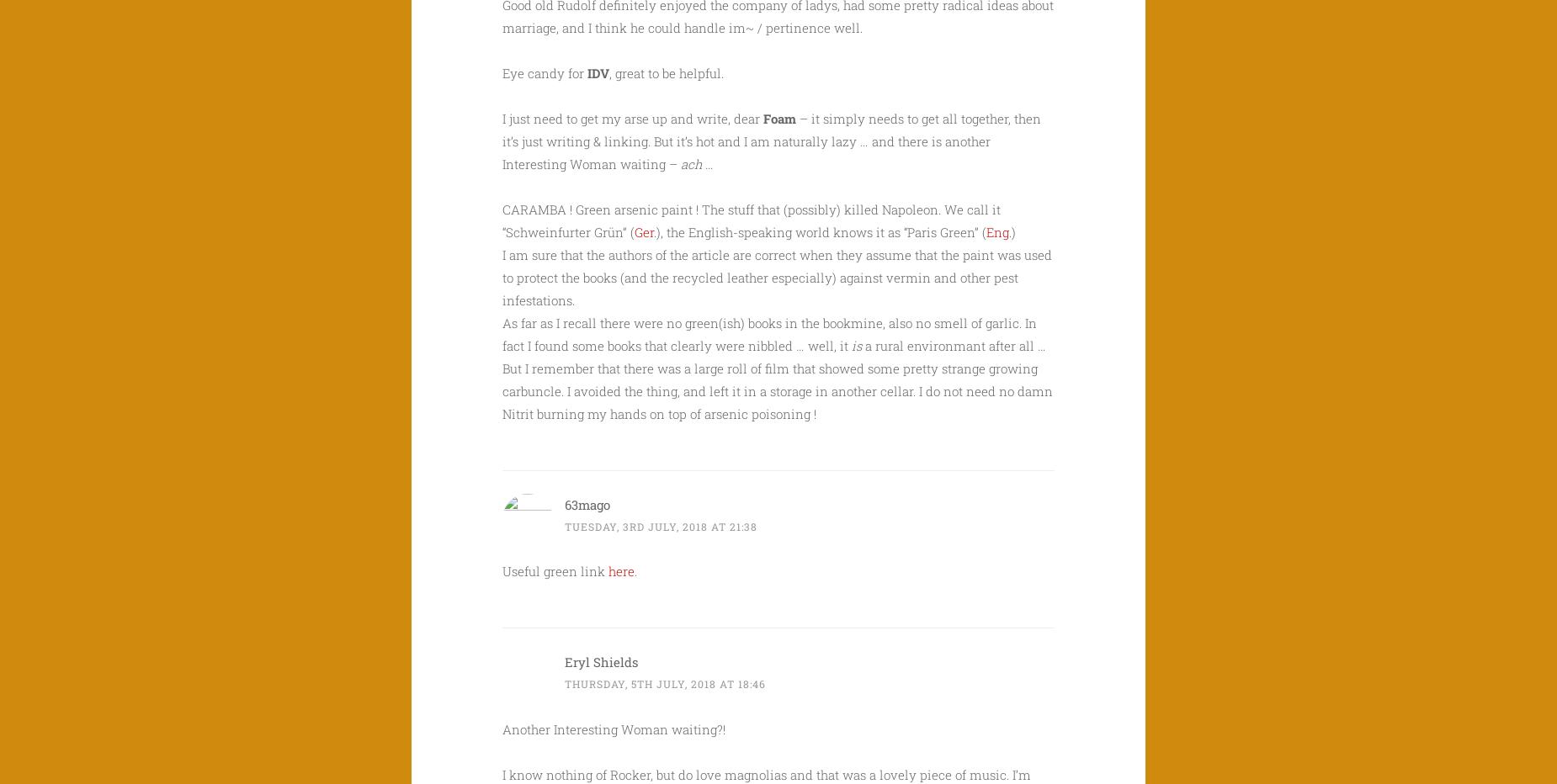  What do you see at coordinates (769, 332) in the screenshot?
I see `'As far as I recall there were no green(ish) books in the bookmine, also no smell of garlic. In fact I found some books that clearly were nibbled … well, it'` at bounding box center [769, 332].